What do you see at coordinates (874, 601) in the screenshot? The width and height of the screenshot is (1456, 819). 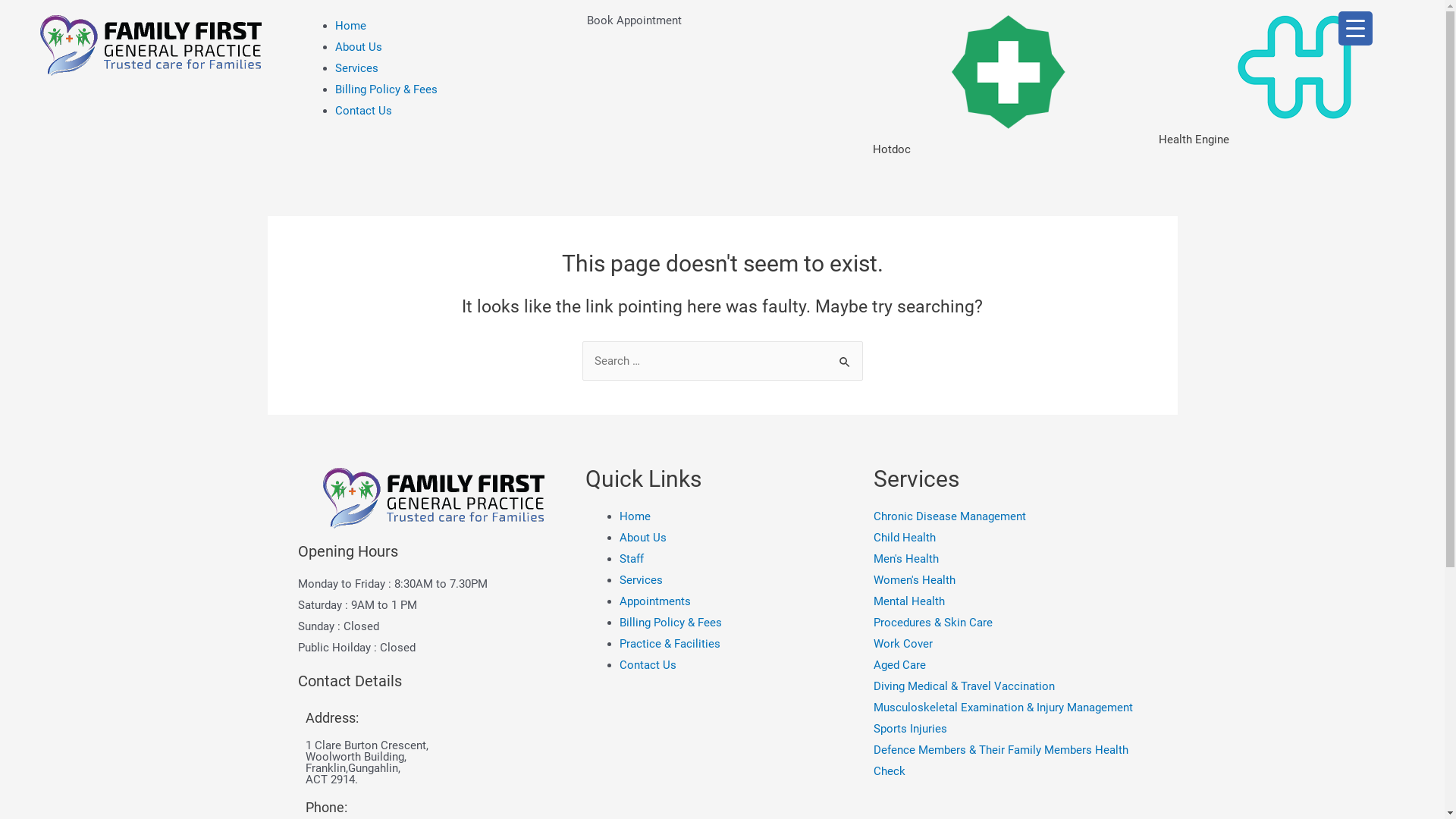 I see `'Mental Health'` at bounding box center [874, 601].